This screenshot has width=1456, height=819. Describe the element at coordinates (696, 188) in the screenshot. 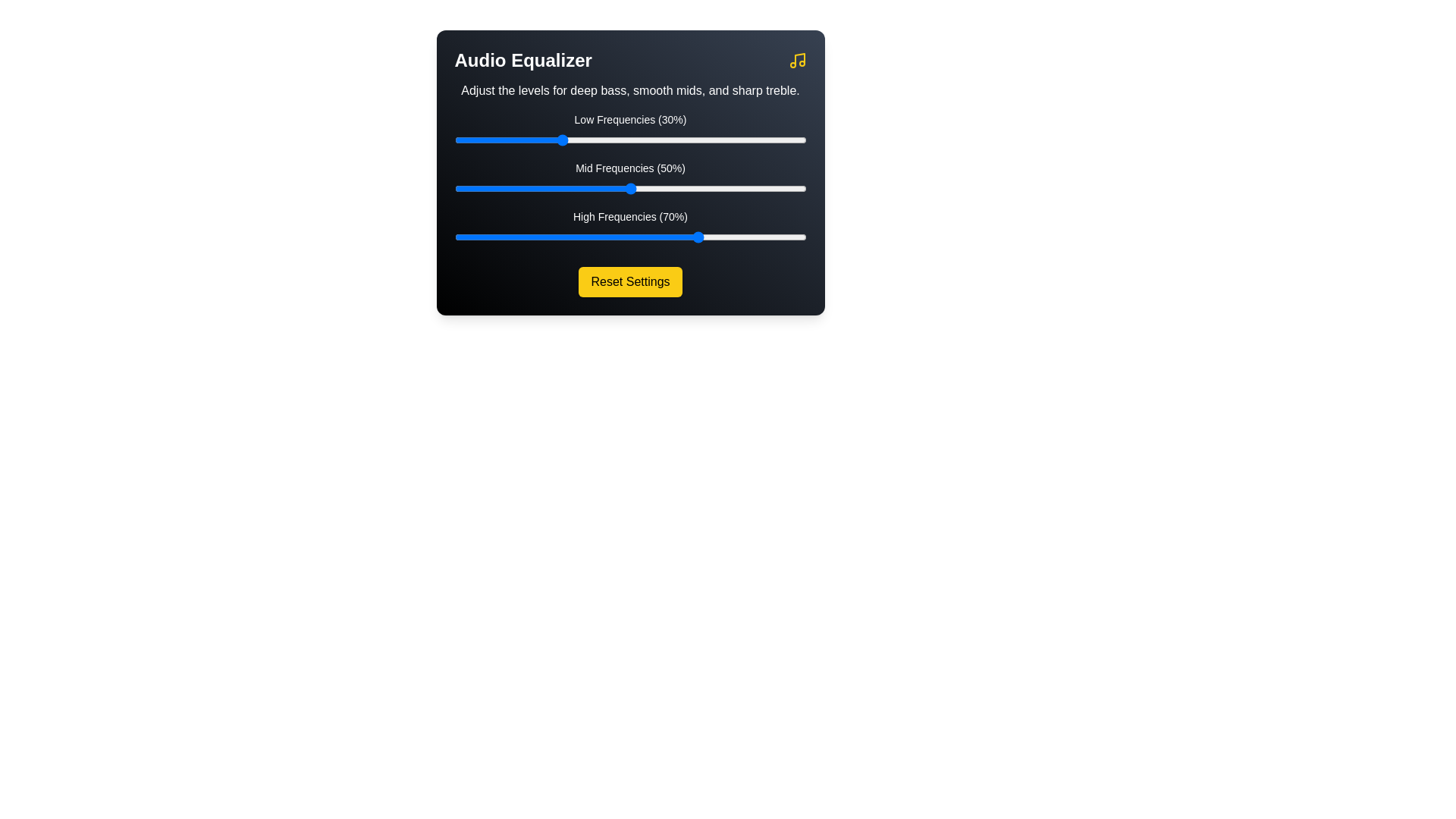

I see `the mid frequency slider to 69%` at that location.